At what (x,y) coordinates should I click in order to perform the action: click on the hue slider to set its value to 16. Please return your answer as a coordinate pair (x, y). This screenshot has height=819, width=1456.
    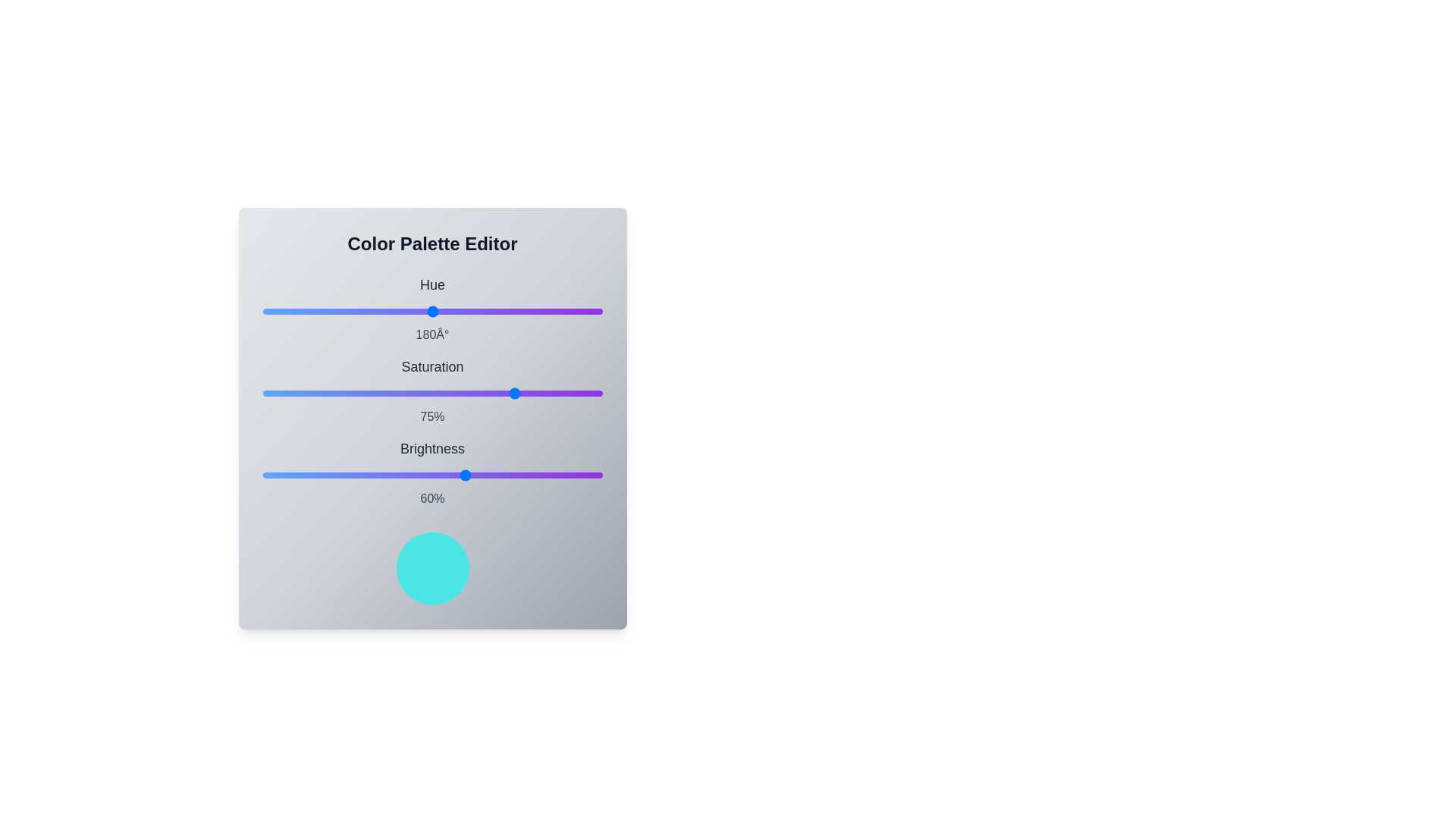
    Looking at the image, I should click on (278, 311).